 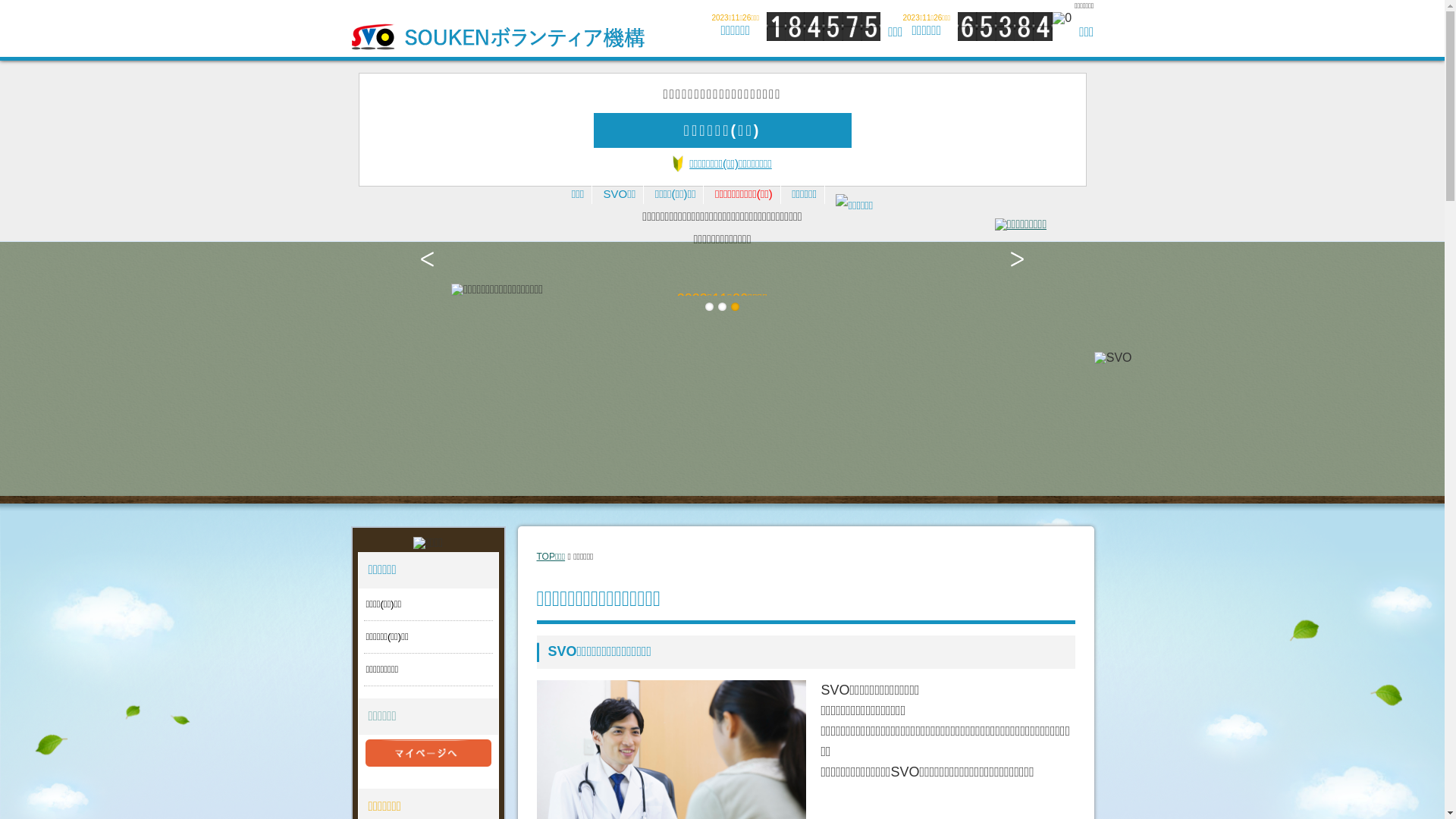 What do you see at coordinates (735, 306) in the screenshot?
I see `'3'` at bounding box center [735, 306].